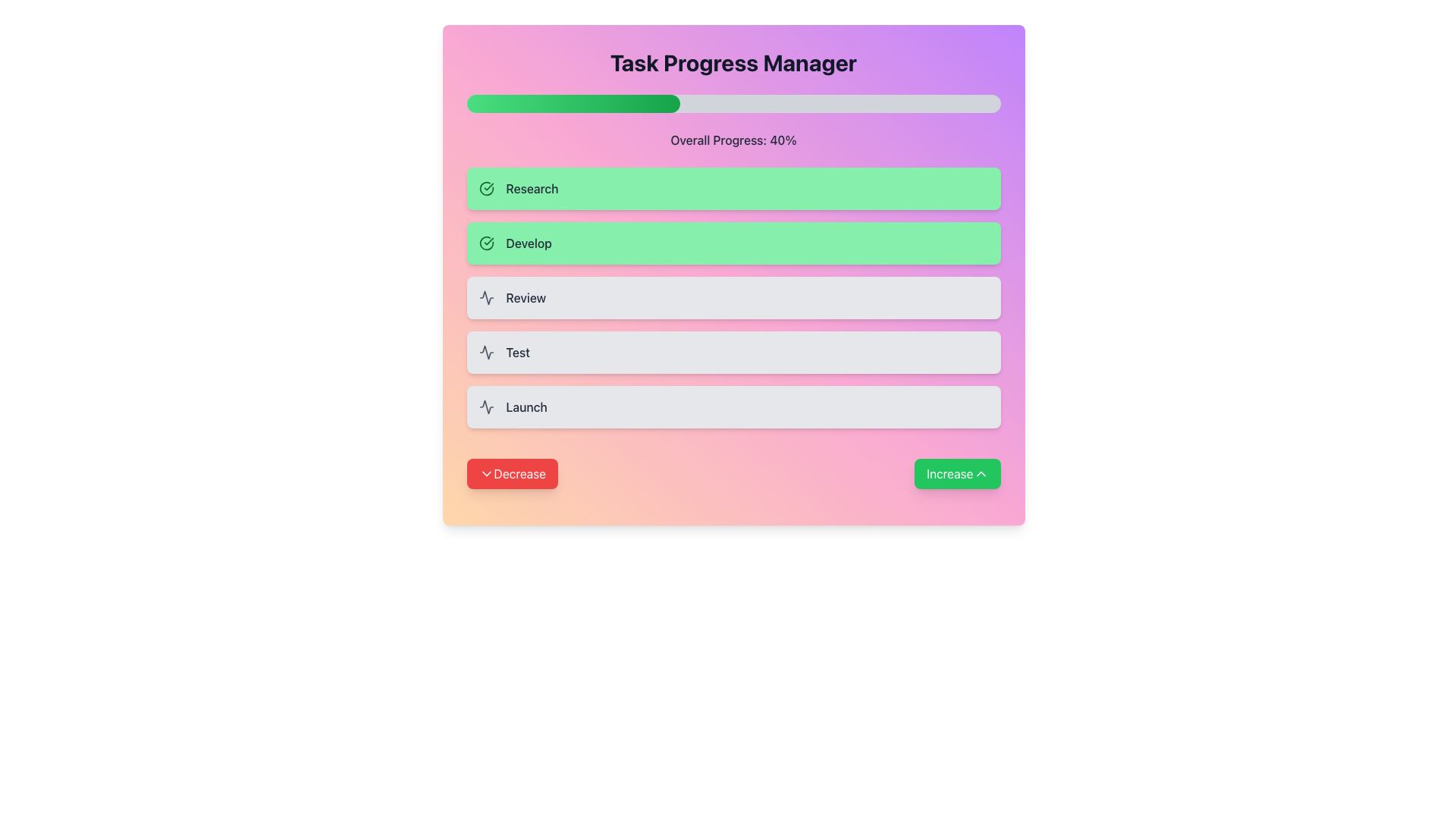 Image resolution: width=1456 pixels, height=819 pixels. I want to click on the 'Launch' list item, so click(733, 406).